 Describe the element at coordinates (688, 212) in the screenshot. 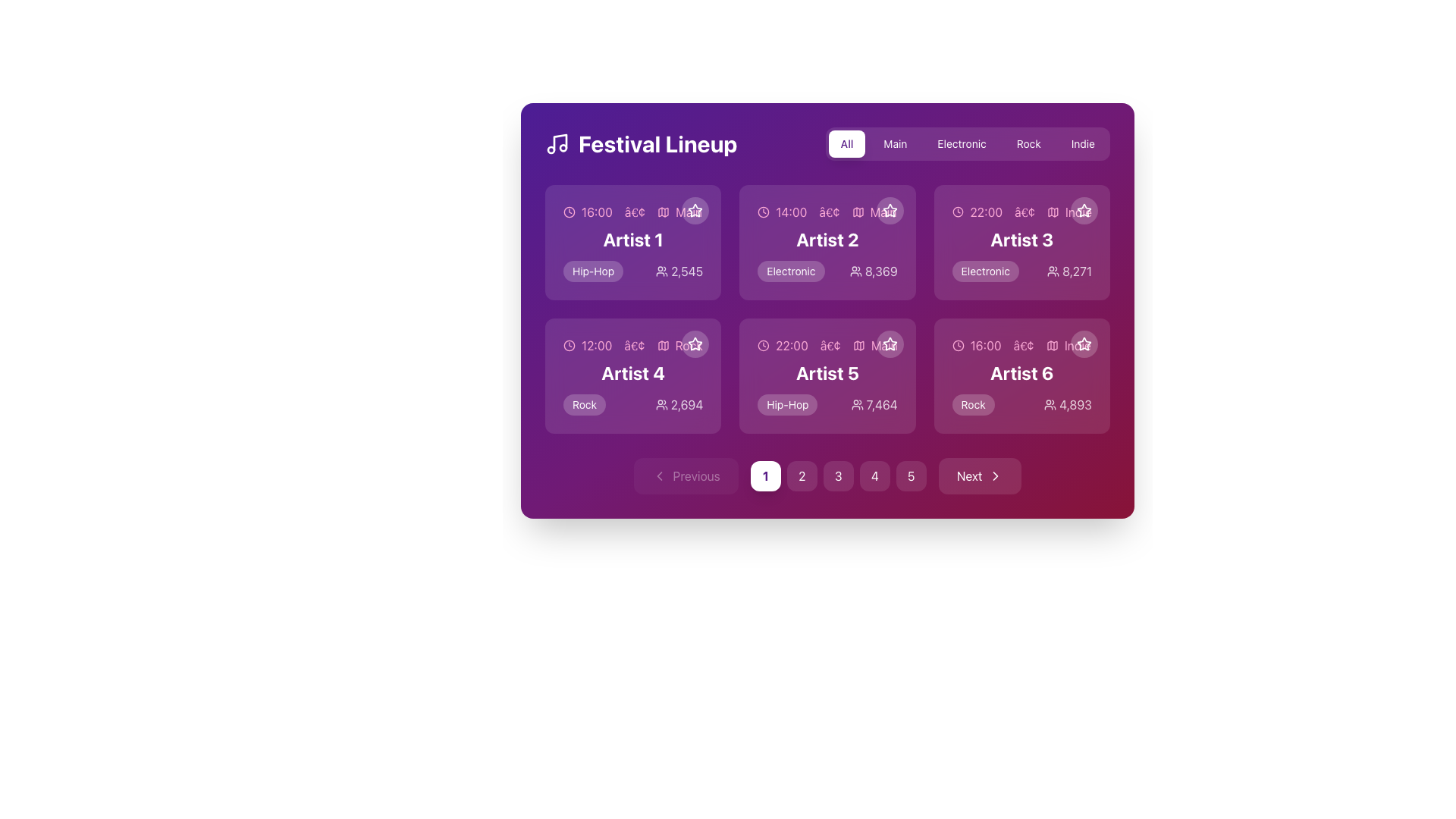

I see `'main' text label that follows the clock and time data ('16:00') in the top left section of the grid using developer tools` at that location.